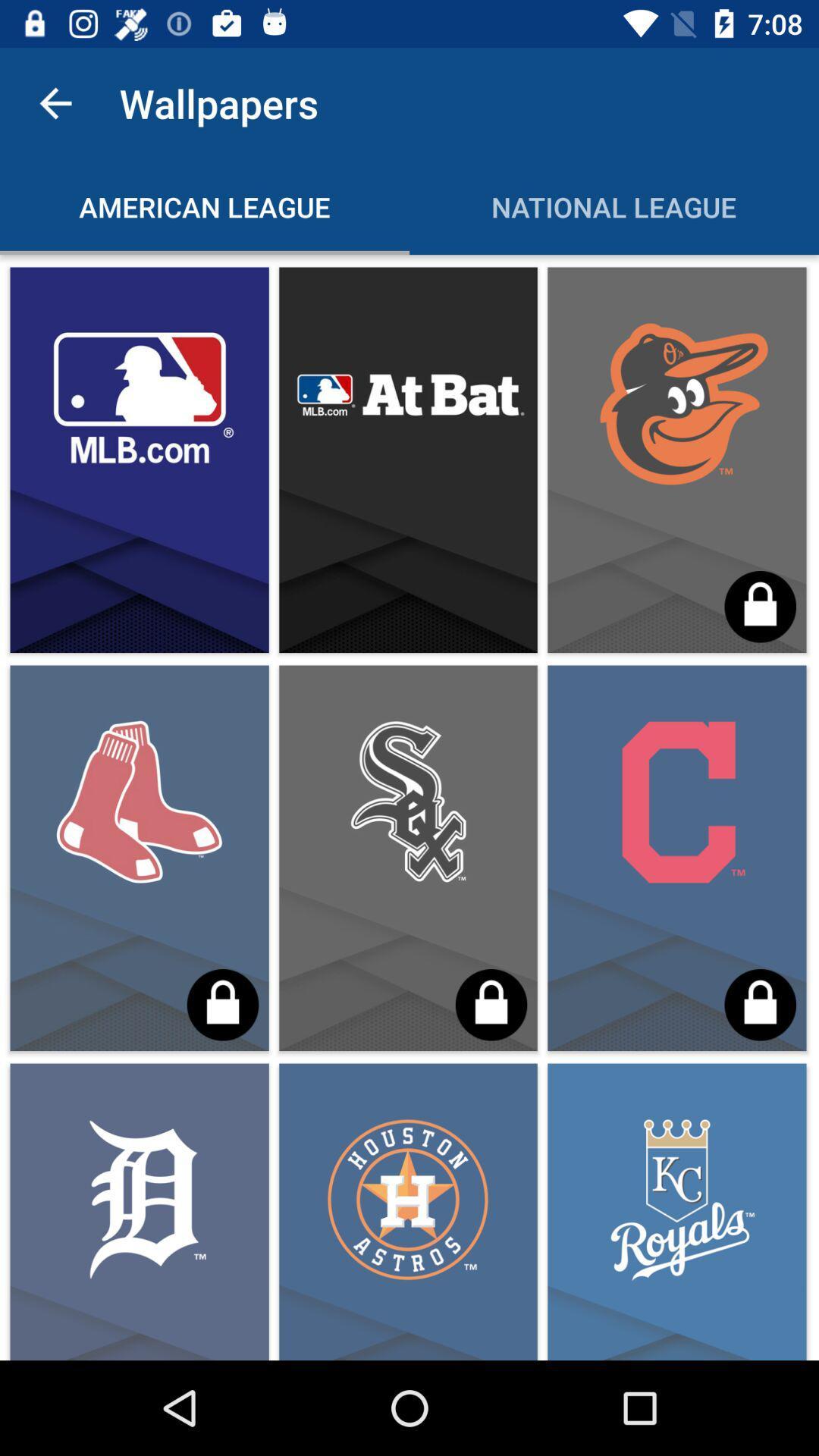 Image resolution: width=819 pixels, height=1456 pixels. What do you see at coordinates (55, 102) in the screenshot?
I see `the app to the left of the wallpapers` at bounding box center [55, 102].